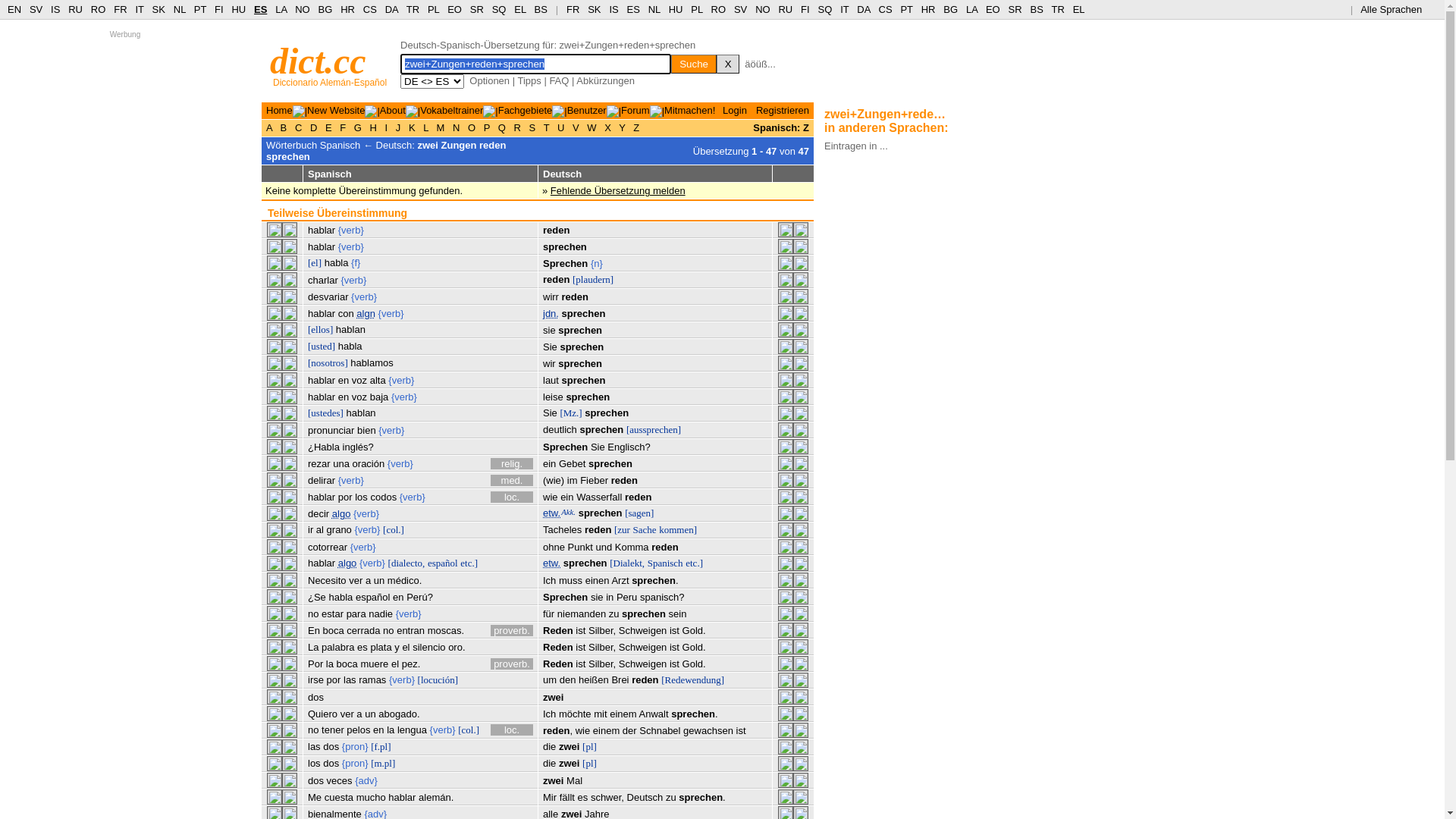 The height and width of the screenshot is (819, 1456). What do you see at coordinates (372, 679) in the screenshot?
I see `'ramas'` at bounding box center [372, 679].